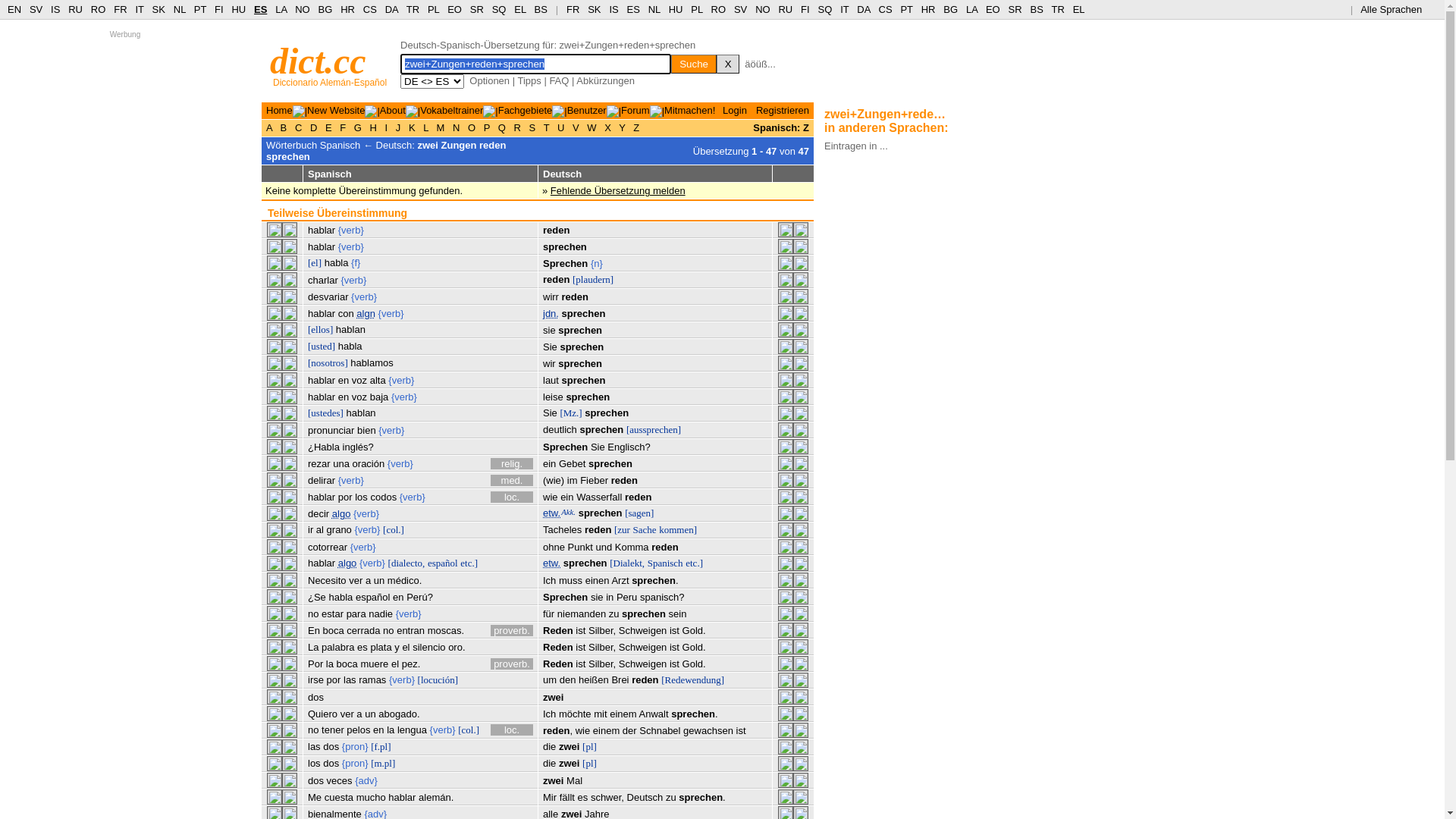 The height and width of the screenshot is (819, 1456). What do you see at coordinates (372, 679) in the screenshot?
I see `'ramas'` at bounding box center [372, 679].